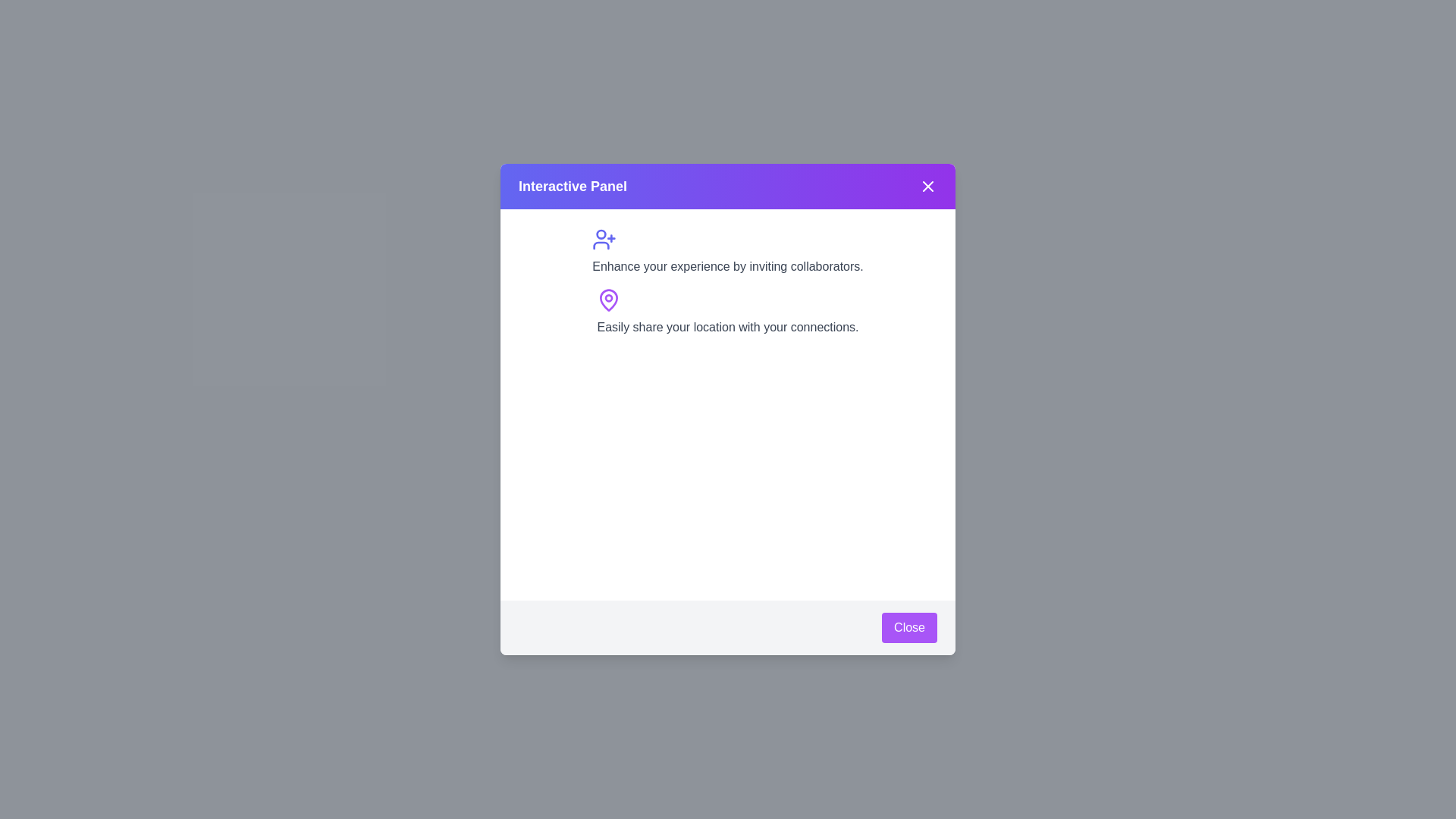 Image resolution: width=1456 pixels, height=819 pixels. Describe the element at coordinates (604, 239) in the screenshot. I see `the icon positioned near the top of the modal interface, above the text 'Enhance your experience by inviting collaborators', to initiate an advanced action` at that location.